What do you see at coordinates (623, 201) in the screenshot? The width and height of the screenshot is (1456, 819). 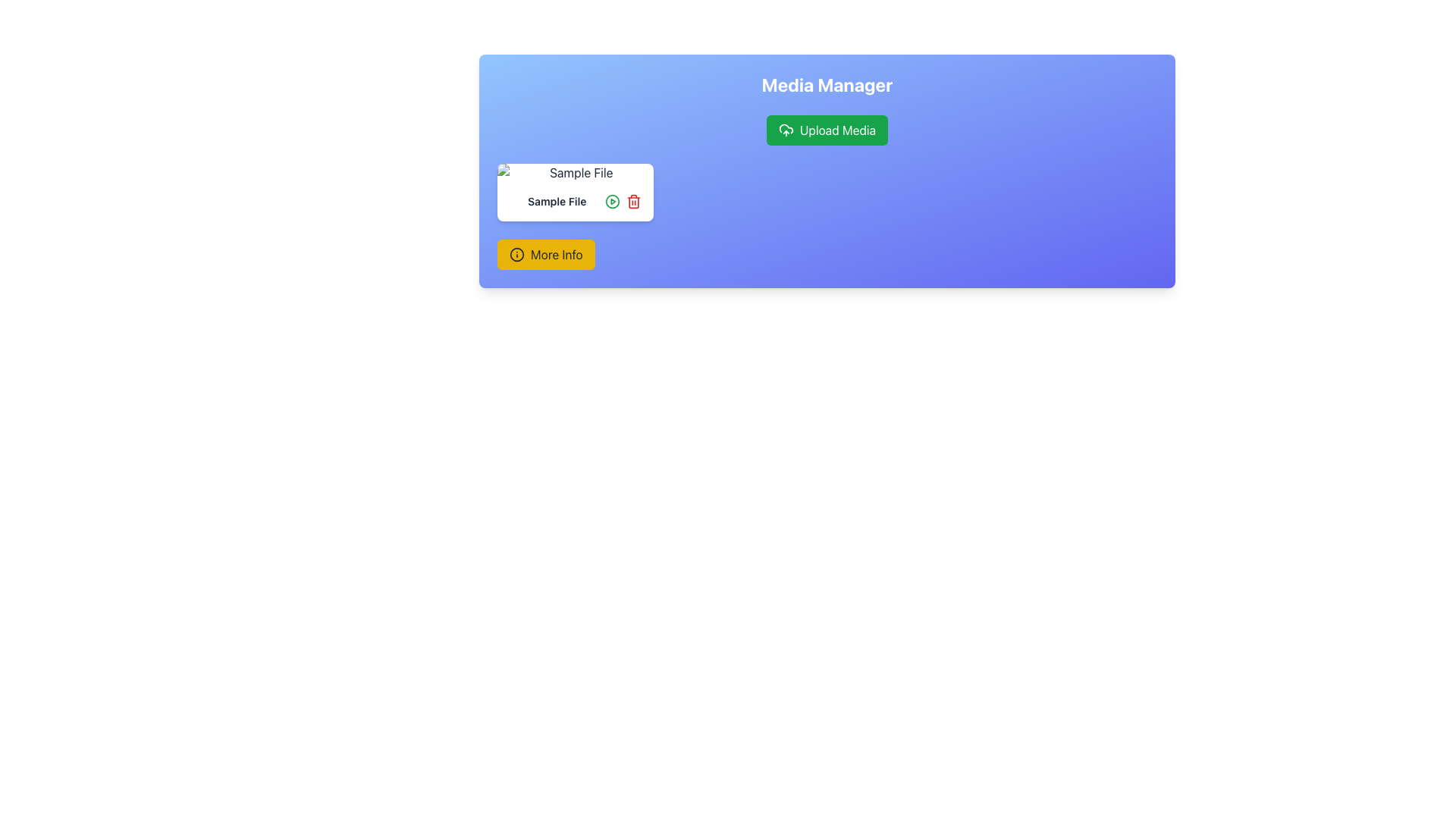 I see `the left green icon in the horizontal group of interactive icons for the file associated with 'Sample File' to play or preview the file` at bounding box center [623, 201].